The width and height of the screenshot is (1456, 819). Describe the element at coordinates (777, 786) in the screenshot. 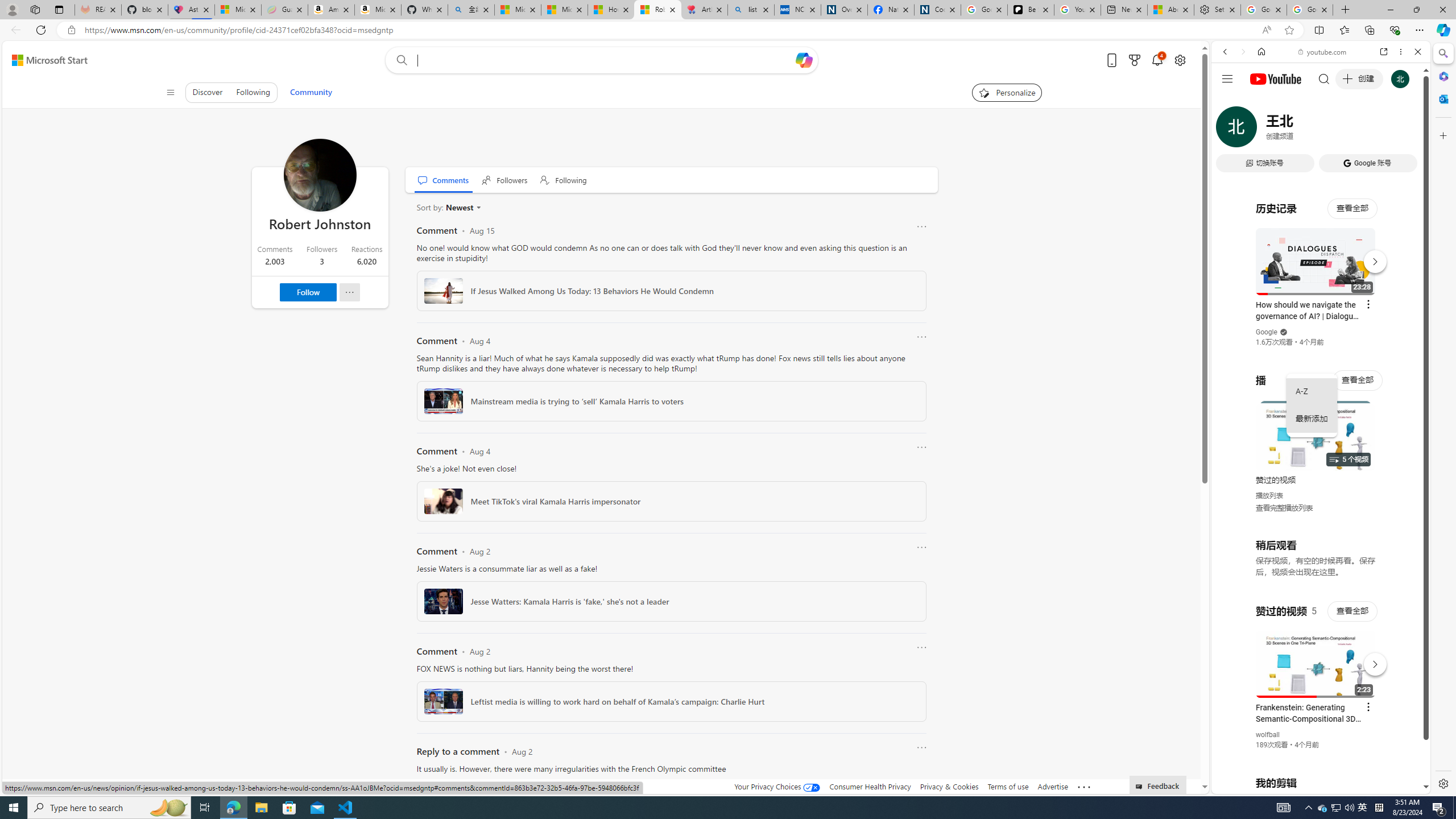

I see `'Your Privacy Choices'` at that location.